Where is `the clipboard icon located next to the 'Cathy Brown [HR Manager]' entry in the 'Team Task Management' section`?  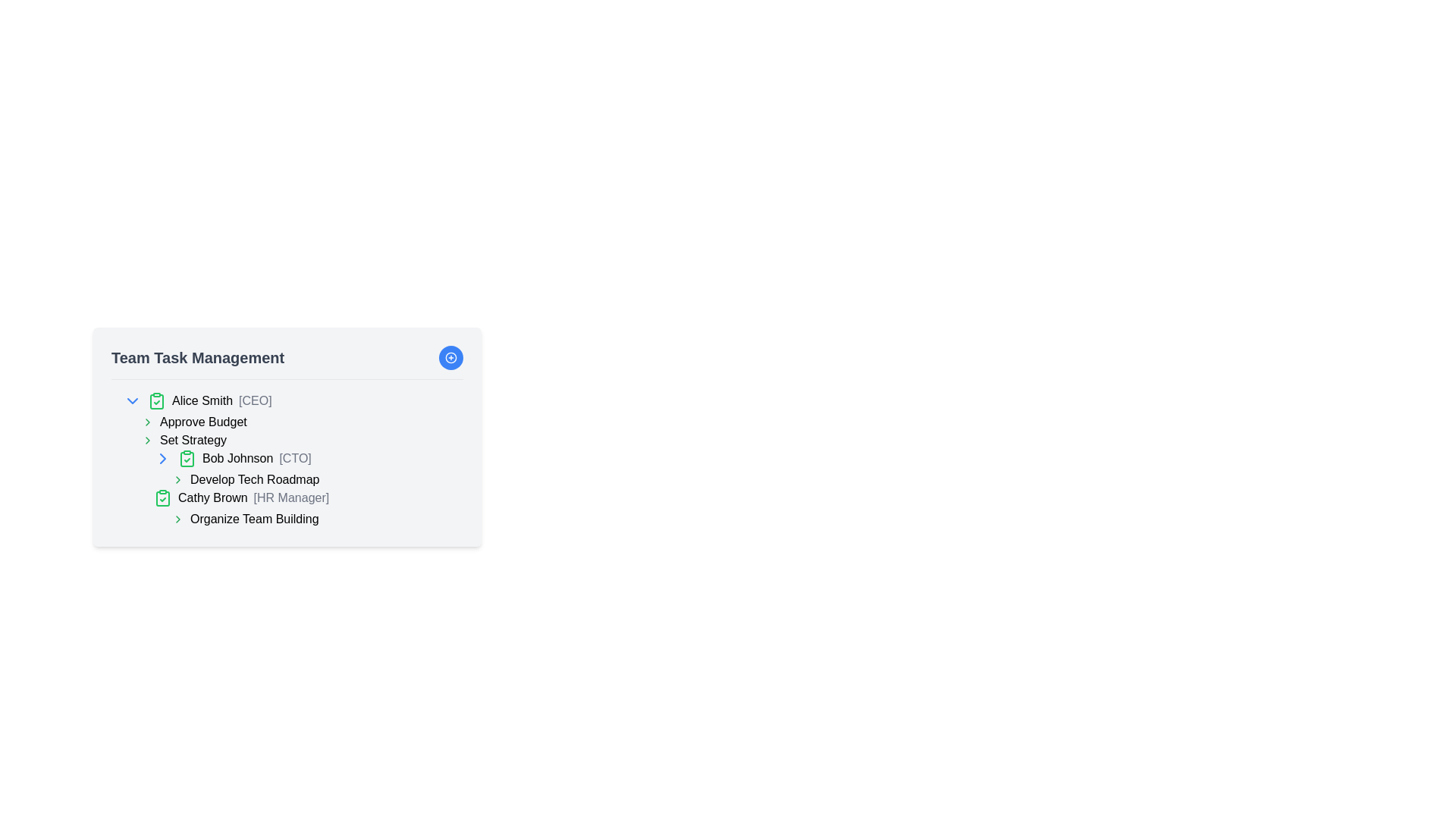 the clipboard icon located next to the 'Cathy Brown [HR Manager]' entry in the 'Team Task Management' section is located at coordinates (163, 499).